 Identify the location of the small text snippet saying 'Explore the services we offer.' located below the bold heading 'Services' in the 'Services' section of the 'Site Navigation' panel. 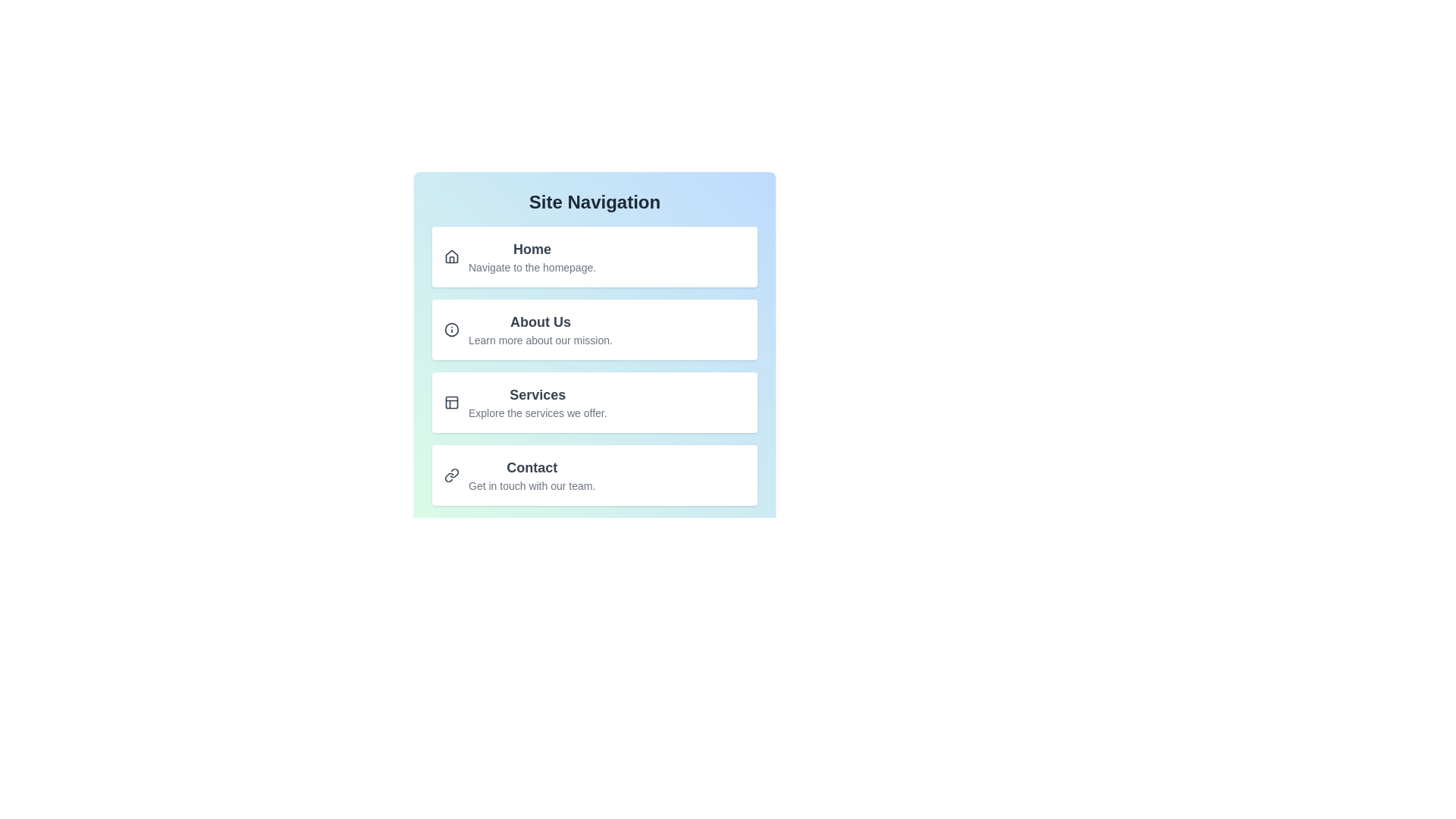
(538, 413).